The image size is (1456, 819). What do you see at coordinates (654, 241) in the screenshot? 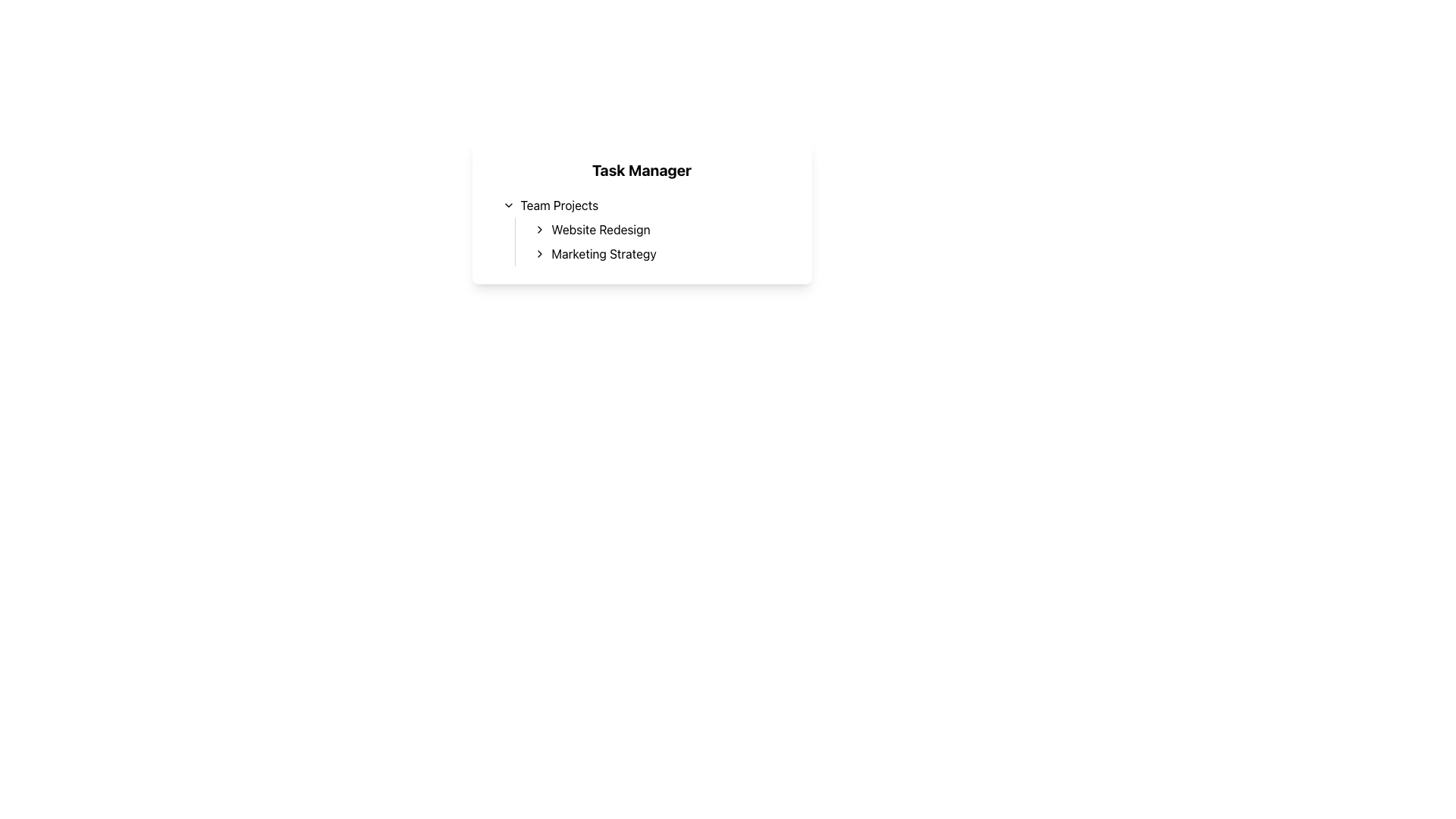
I see `the chevron icons in the menu item list located under the 'Team Projects' section of the 'Task Manager' interface to expand further details` at bounding box center [654, 241].